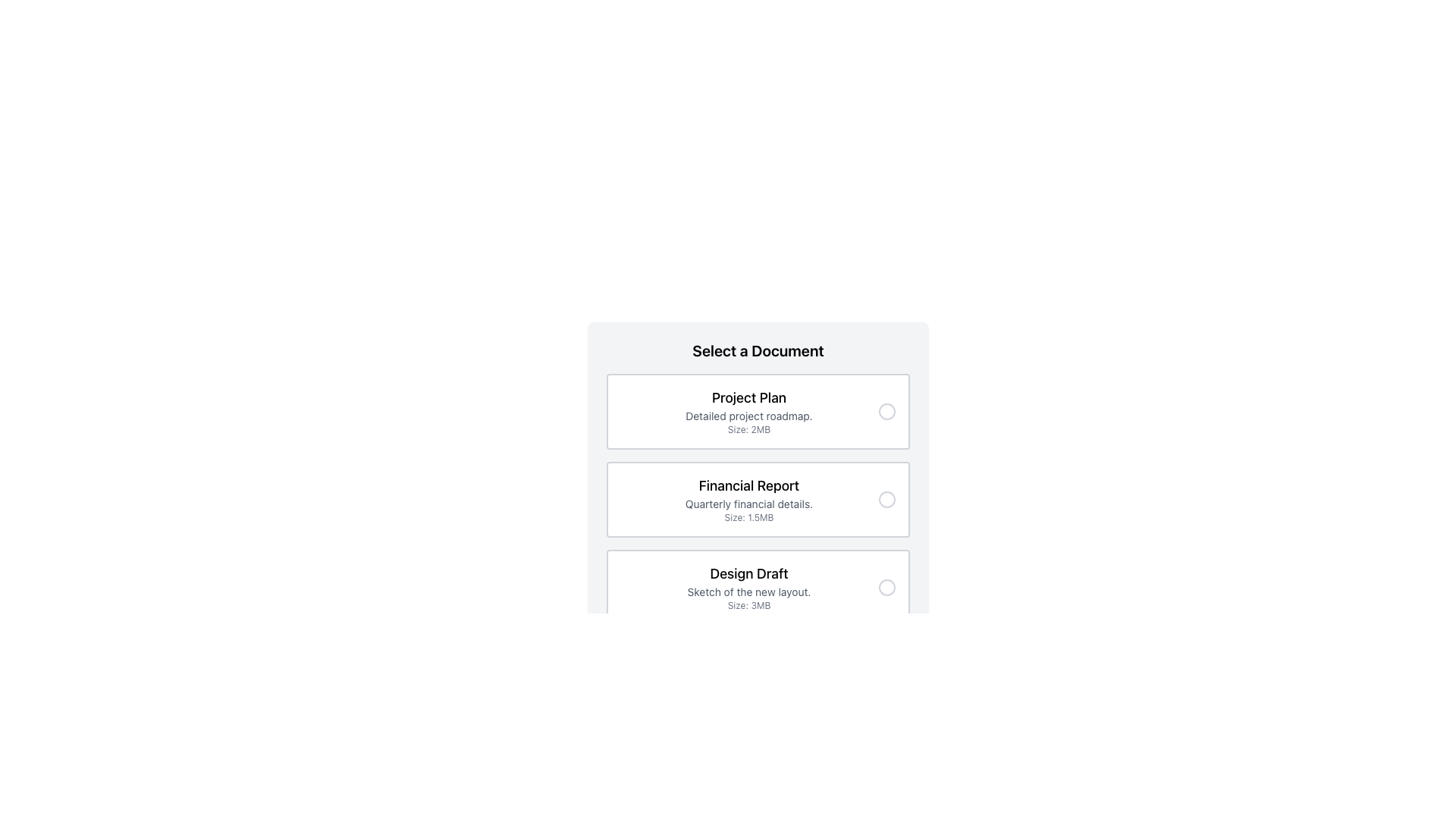  I want to click on the text phrase that reads 'Quarterly financial details.' which is styled in a small-sized grey font and located beneath the 'Financial Report' title, so click(749, 504).